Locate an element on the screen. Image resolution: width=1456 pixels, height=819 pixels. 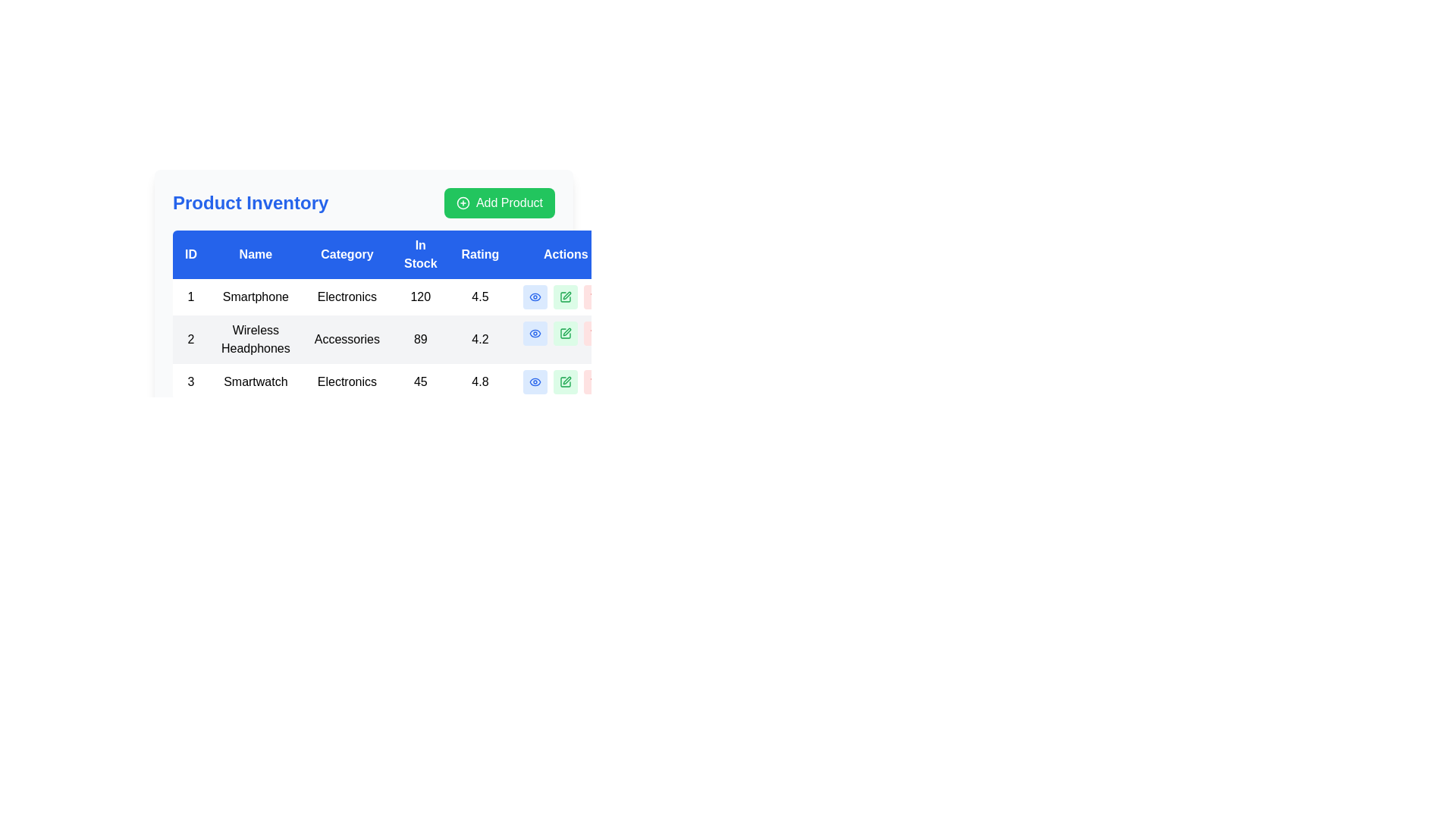
the 'Electronics' Text Label located in the third row of the table under the 'Category' column for the product 'Smartwatch' is located at coordinates (346, 381).